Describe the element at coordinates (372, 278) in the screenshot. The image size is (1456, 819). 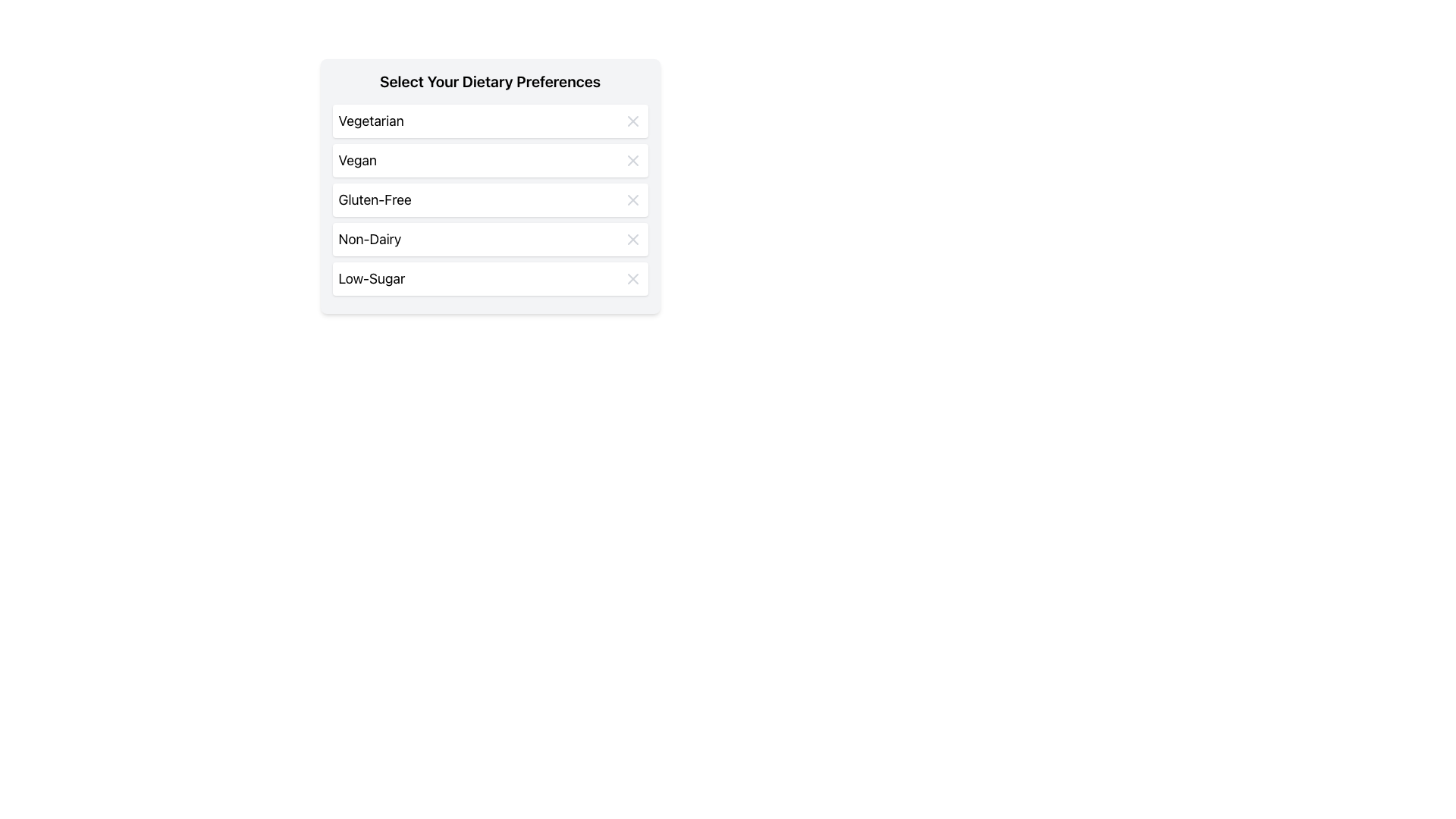
I see `the text label representing the selected dietary preference 'Low-Sugar', located inside a card under the section header 'Select Your Dietary Preferences', which is the fifth item in a vertical list of dietary options` at that location.